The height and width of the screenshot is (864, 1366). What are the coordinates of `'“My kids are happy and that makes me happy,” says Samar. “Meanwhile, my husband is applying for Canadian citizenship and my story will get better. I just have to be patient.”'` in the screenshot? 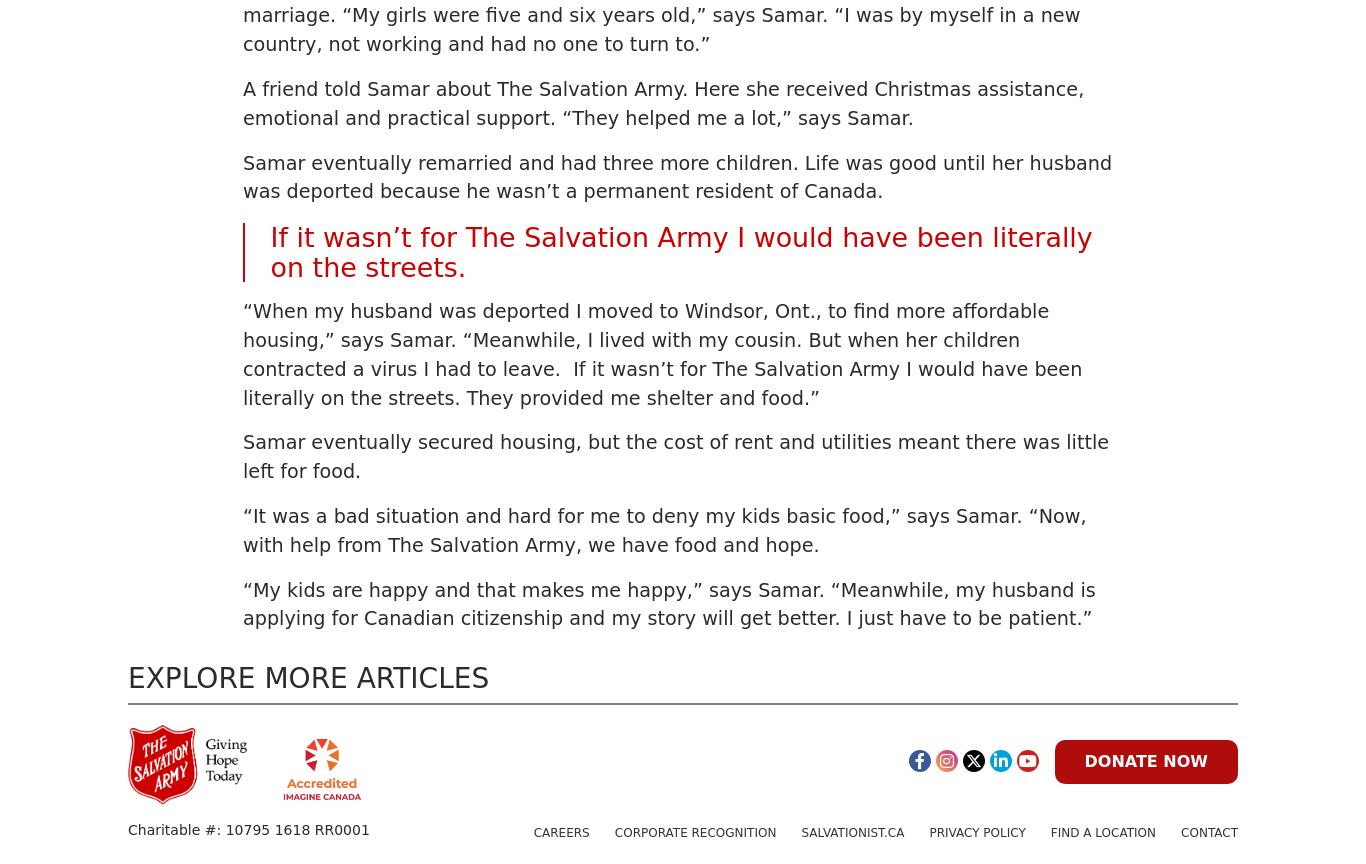 It's located at (668, 603).